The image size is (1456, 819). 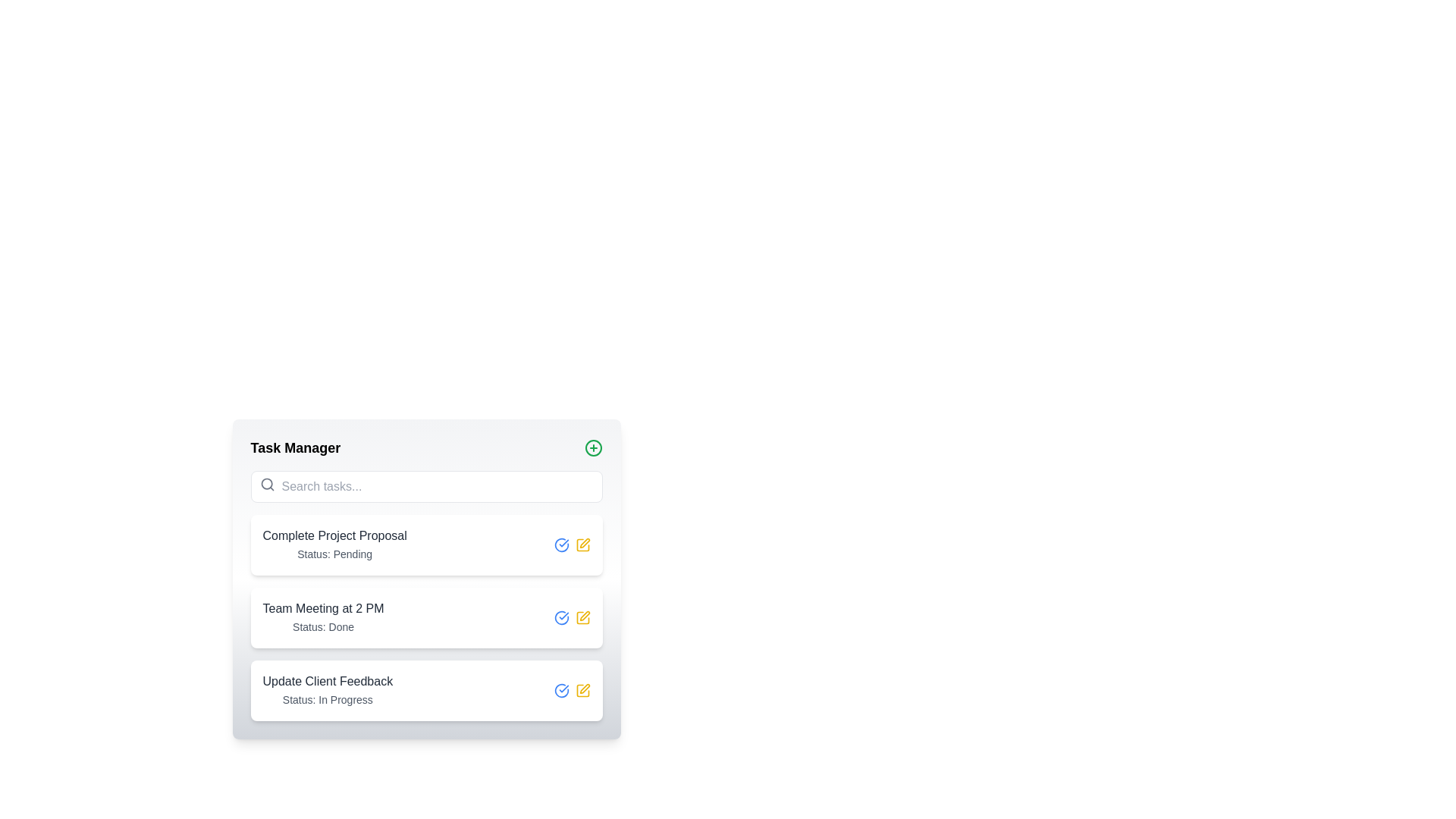 I want to click on the text label that displays the task name 'Team Meeting at 2 PM' in the task management application, so click(x=322, y=607).